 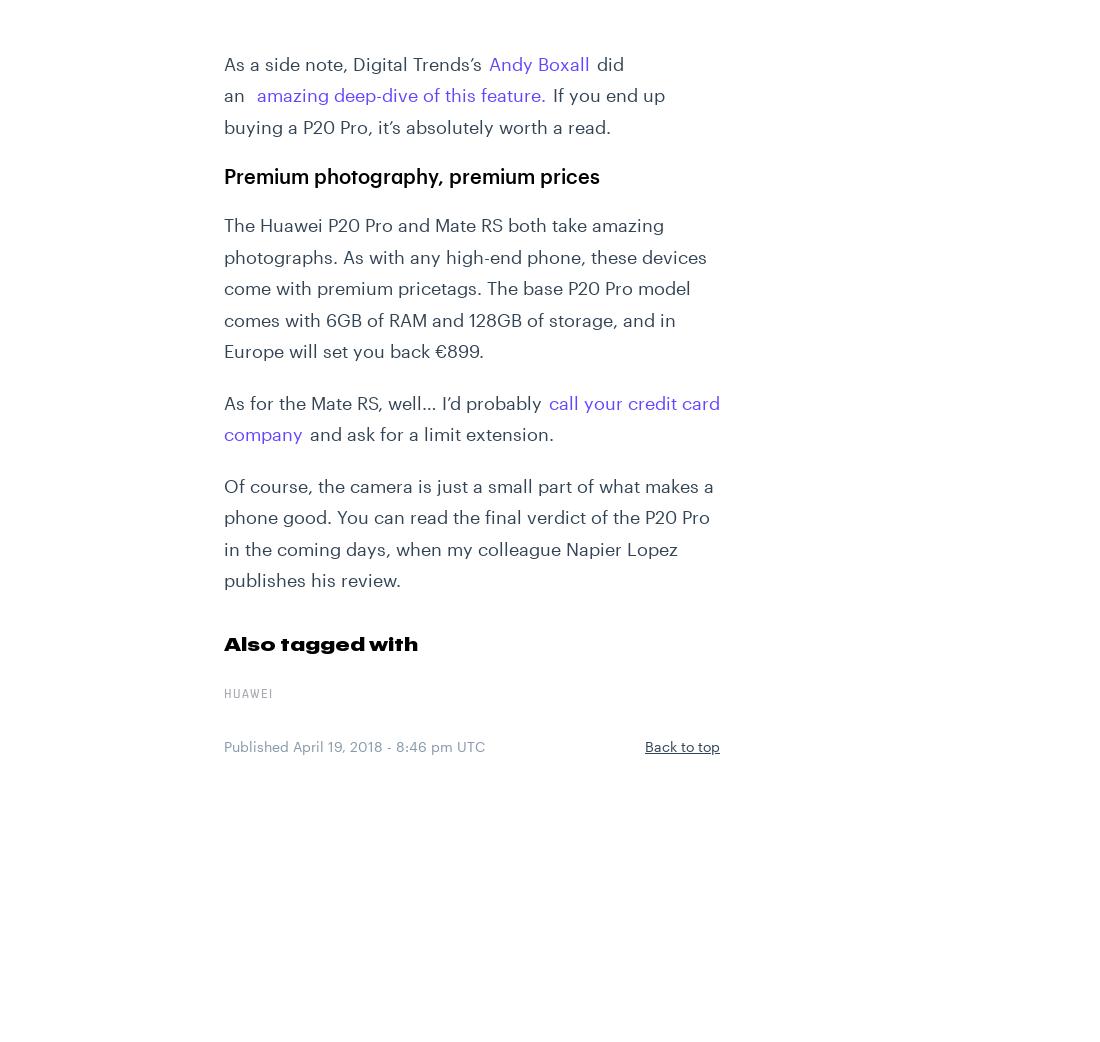 I want to click on 'did an', so click(x=423, y=77).